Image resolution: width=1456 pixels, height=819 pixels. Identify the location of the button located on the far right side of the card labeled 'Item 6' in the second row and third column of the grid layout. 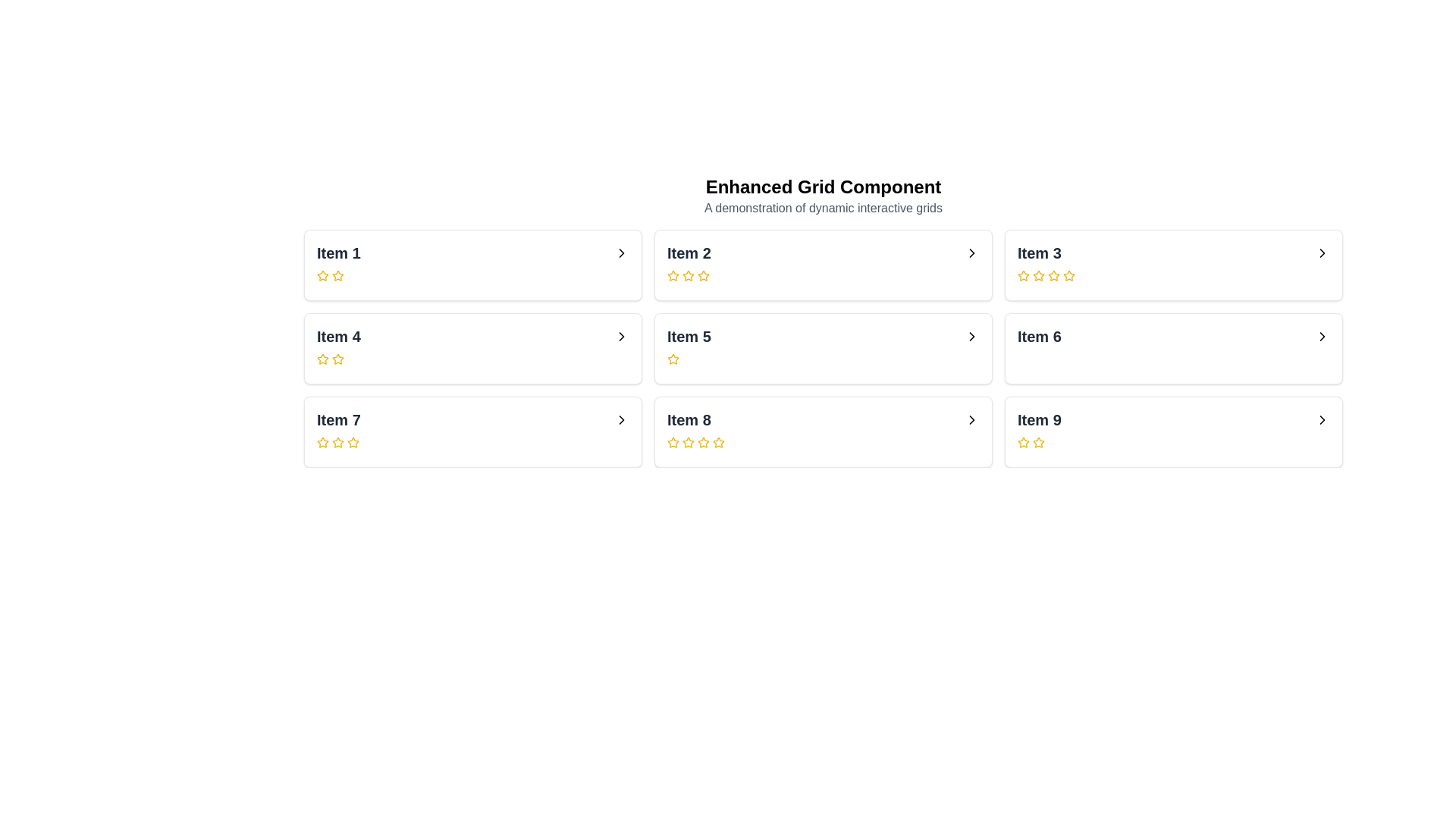
(1321, 335).